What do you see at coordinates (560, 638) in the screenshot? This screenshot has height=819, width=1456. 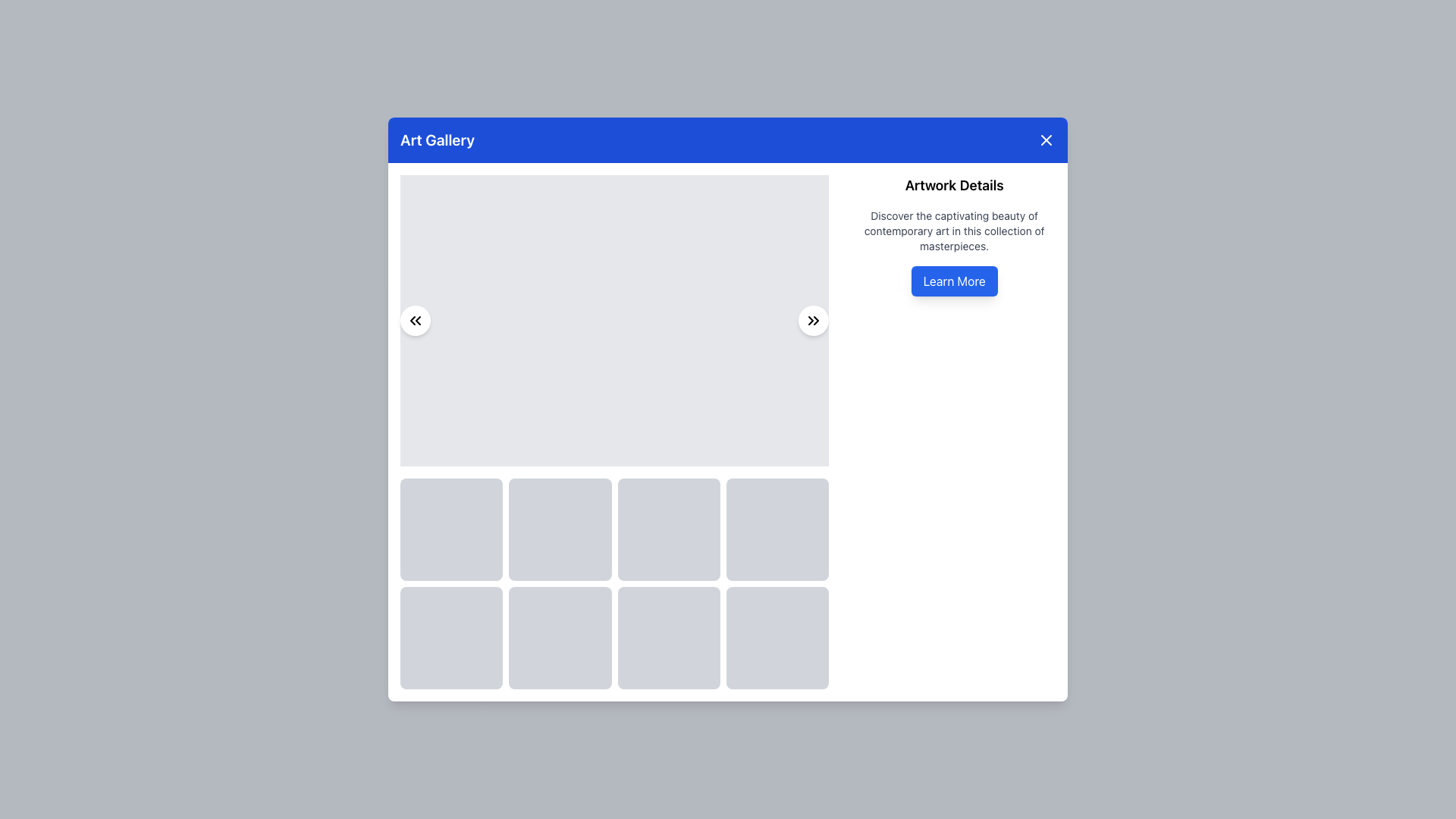 I see `the Placeholder tile which is a square-shaped tile with a light gray background and rounded corners, located in the second row and second column of a 4x2 grid` at bounding box center [560, 638].